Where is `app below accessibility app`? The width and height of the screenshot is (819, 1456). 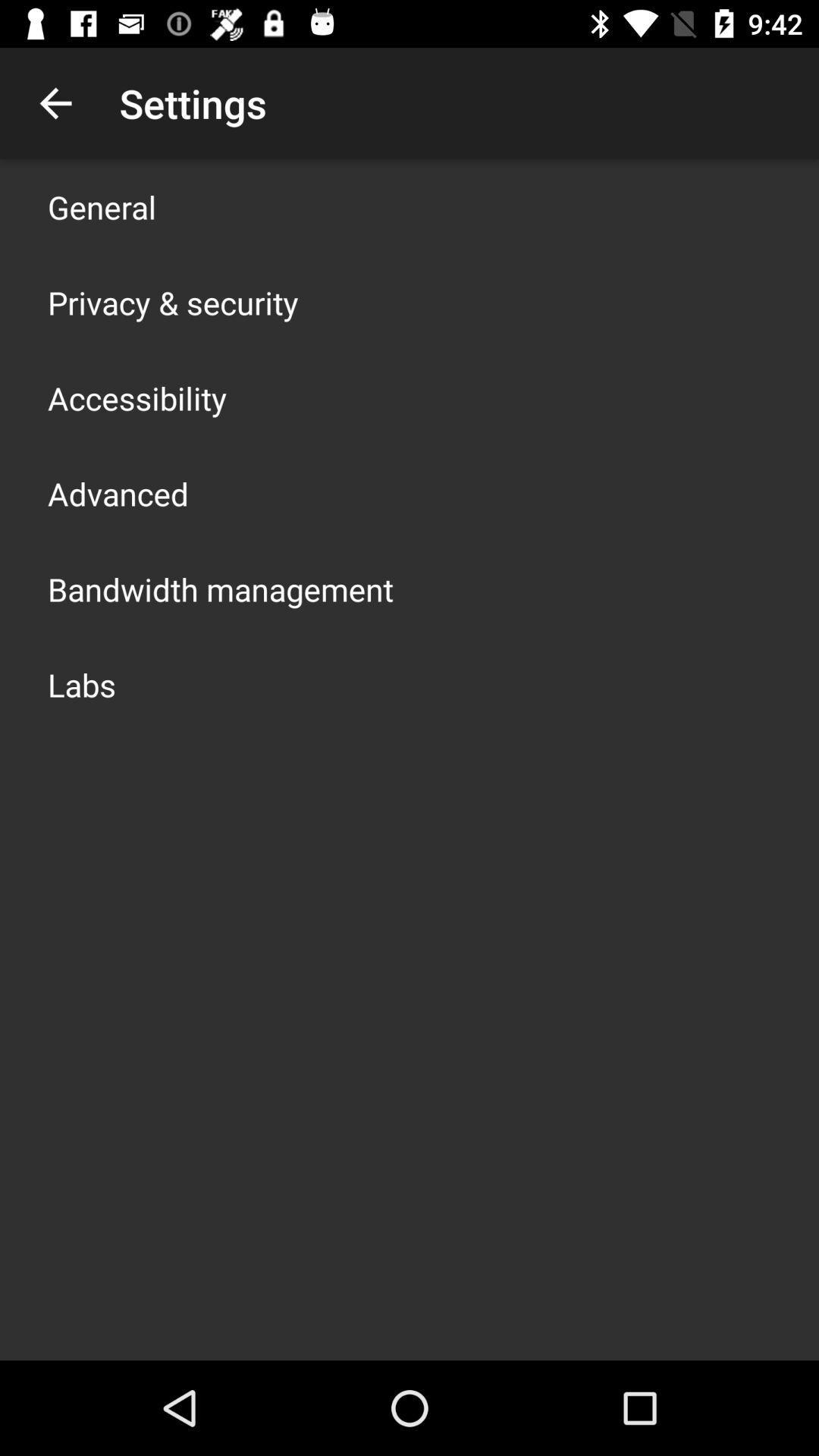 app below accessibility app is located at coordinates (117, 494).